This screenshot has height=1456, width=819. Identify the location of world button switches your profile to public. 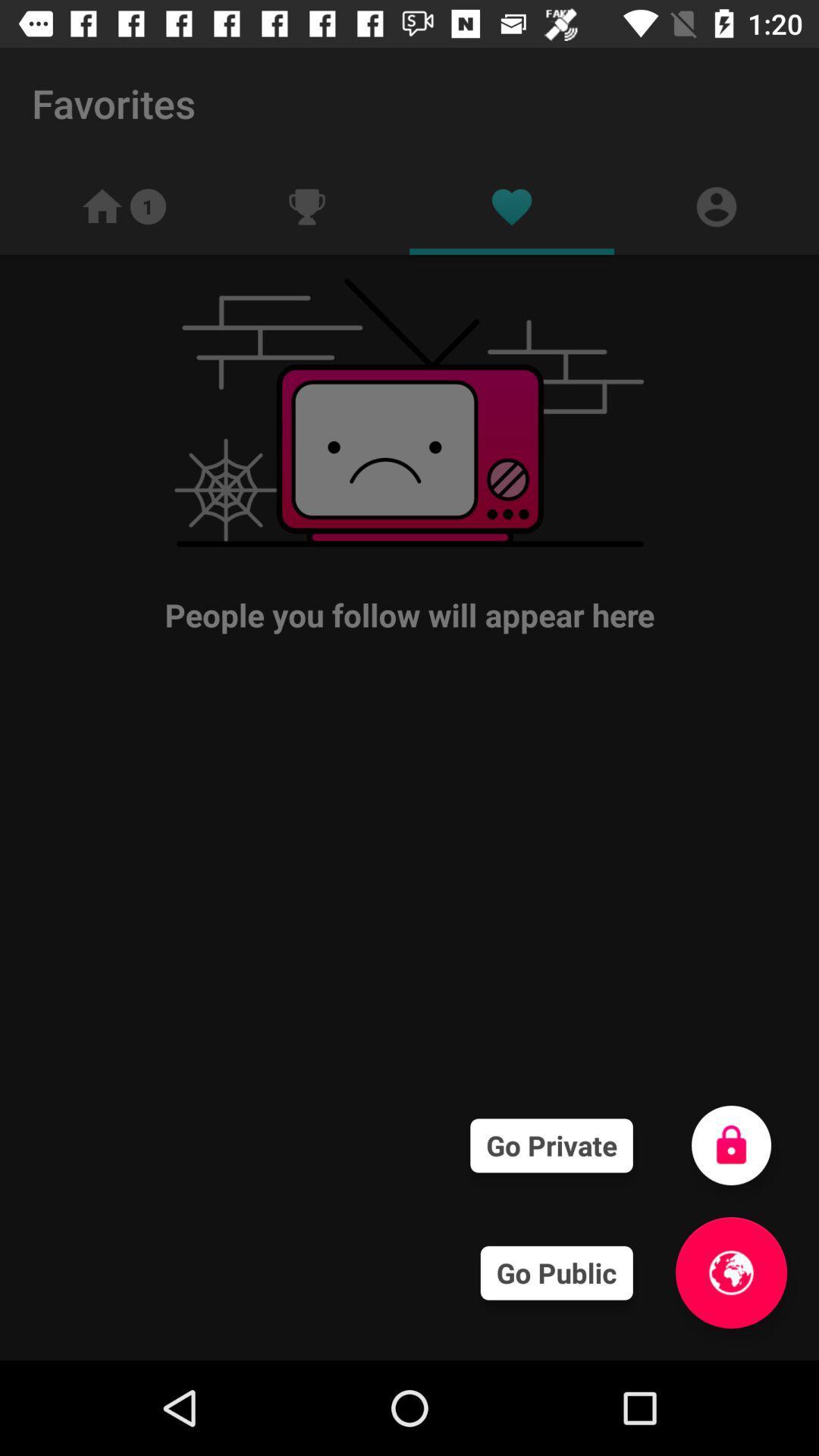
(730, 1272).